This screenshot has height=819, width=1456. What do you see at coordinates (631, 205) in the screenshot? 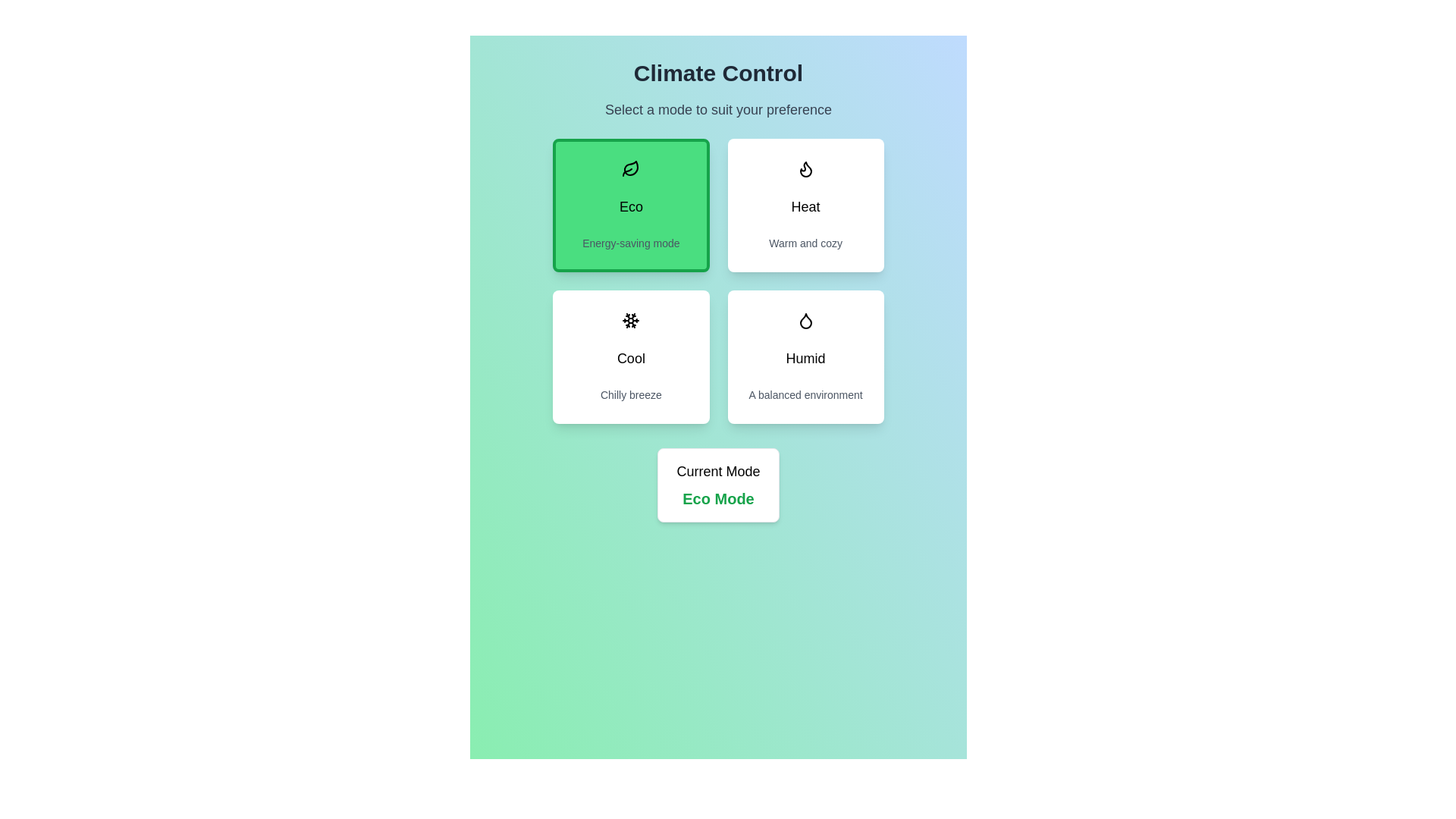
I see `the button corresponding to the mode Eco to read its description` at bounding box center [631, 205].